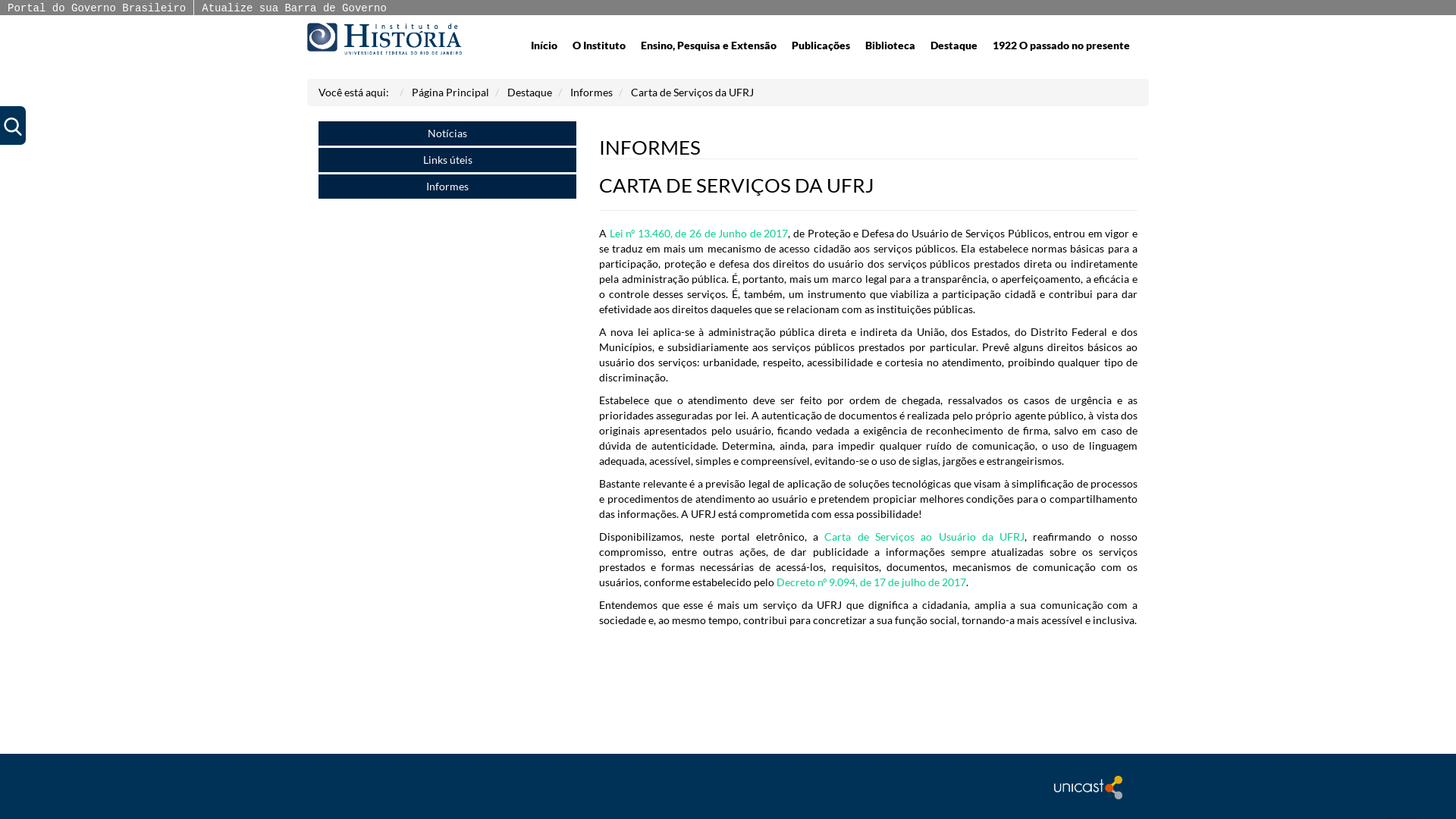 The width and height of the screenshot is (1456, 819). Describe the element at coordinates (570, 92) in the screenshot. I see `'Informes'` at that location.